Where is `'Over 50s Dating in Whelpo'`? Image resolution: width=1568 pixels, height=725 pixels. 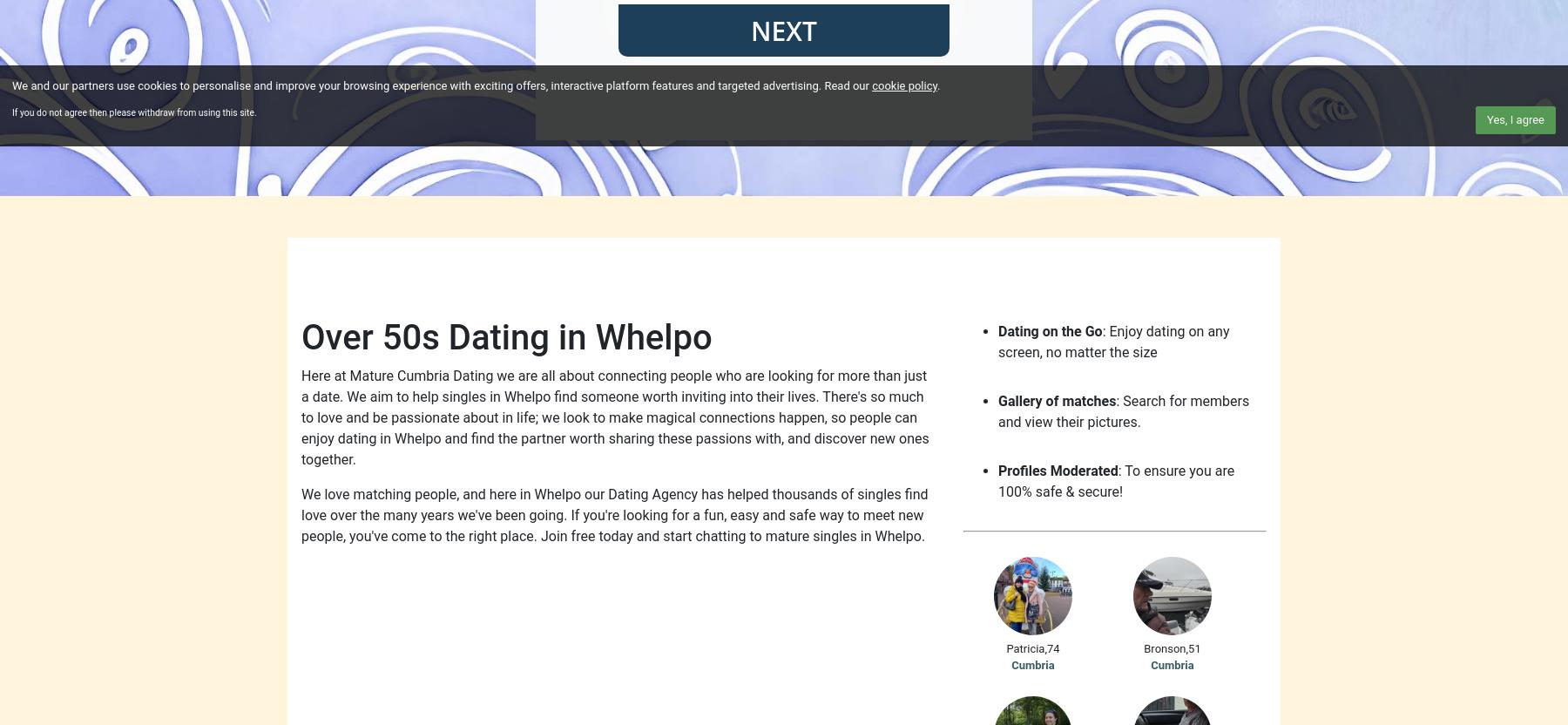
'Over 50s Dating in Whelpo' is located at coordinates (301, 336).